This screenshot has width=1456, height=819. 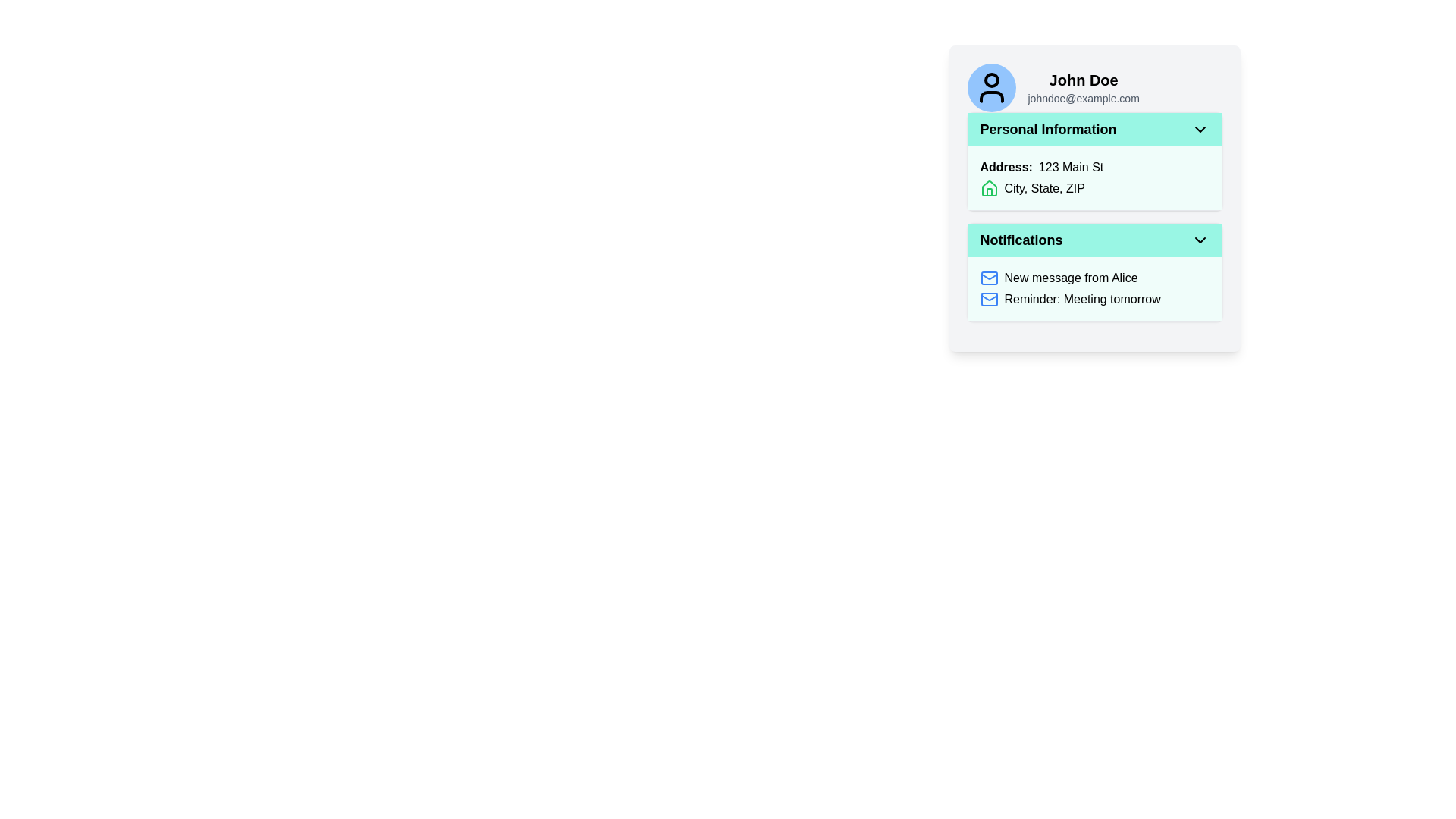 I want to click on the Information display section that shows the address within the 'Personal Information' card, located below the card title and above the 'Notifications' section, so click(x=1094, y=177).